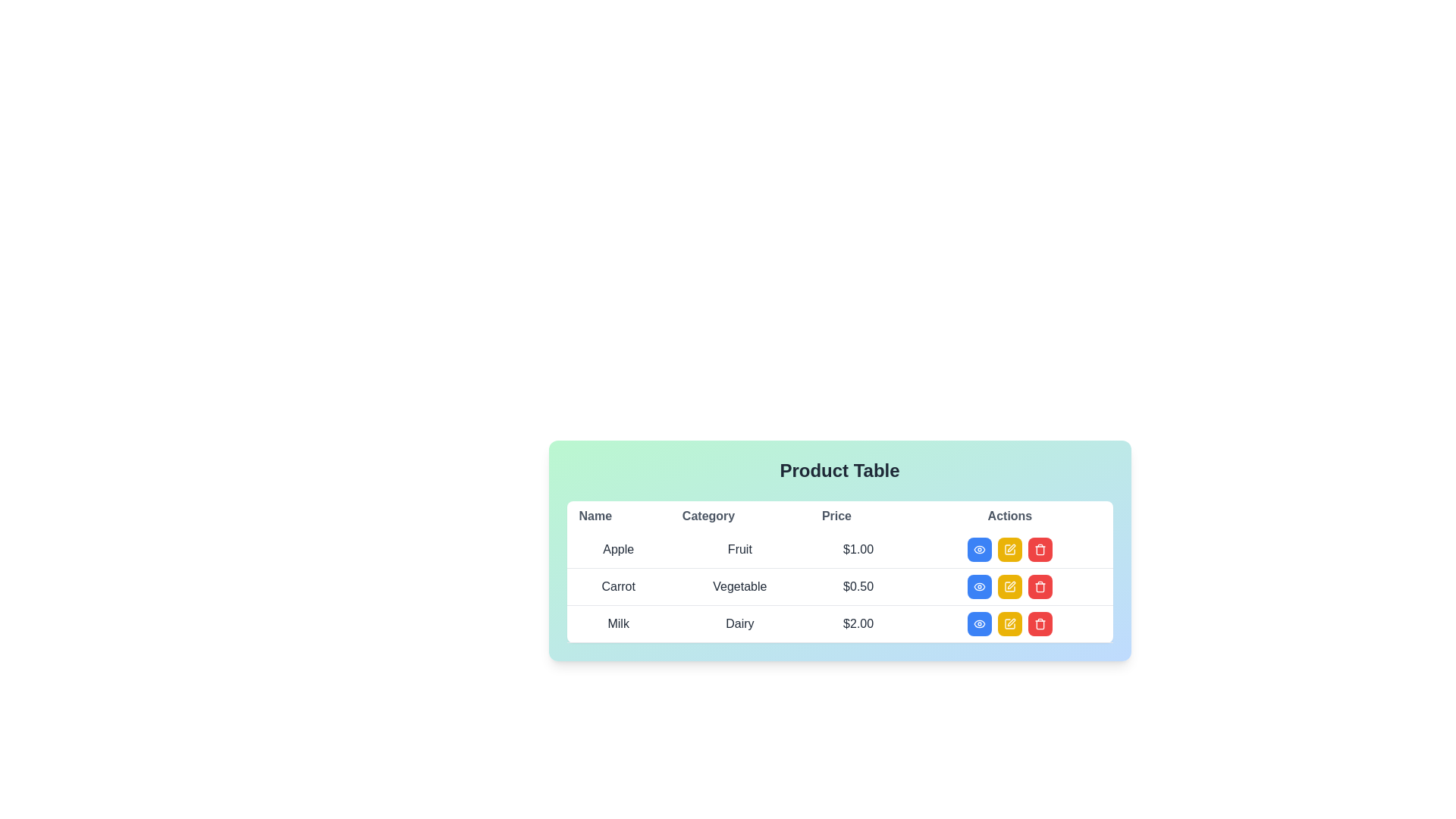  What do you see at coordinates (1039, 623) in the screenshot?
I see `the small red trash bin icon located inside the rounded rectangular button in the Actions column of the third row for the 'Milk' item in the Product Table` at bounding box center [1039, 623].